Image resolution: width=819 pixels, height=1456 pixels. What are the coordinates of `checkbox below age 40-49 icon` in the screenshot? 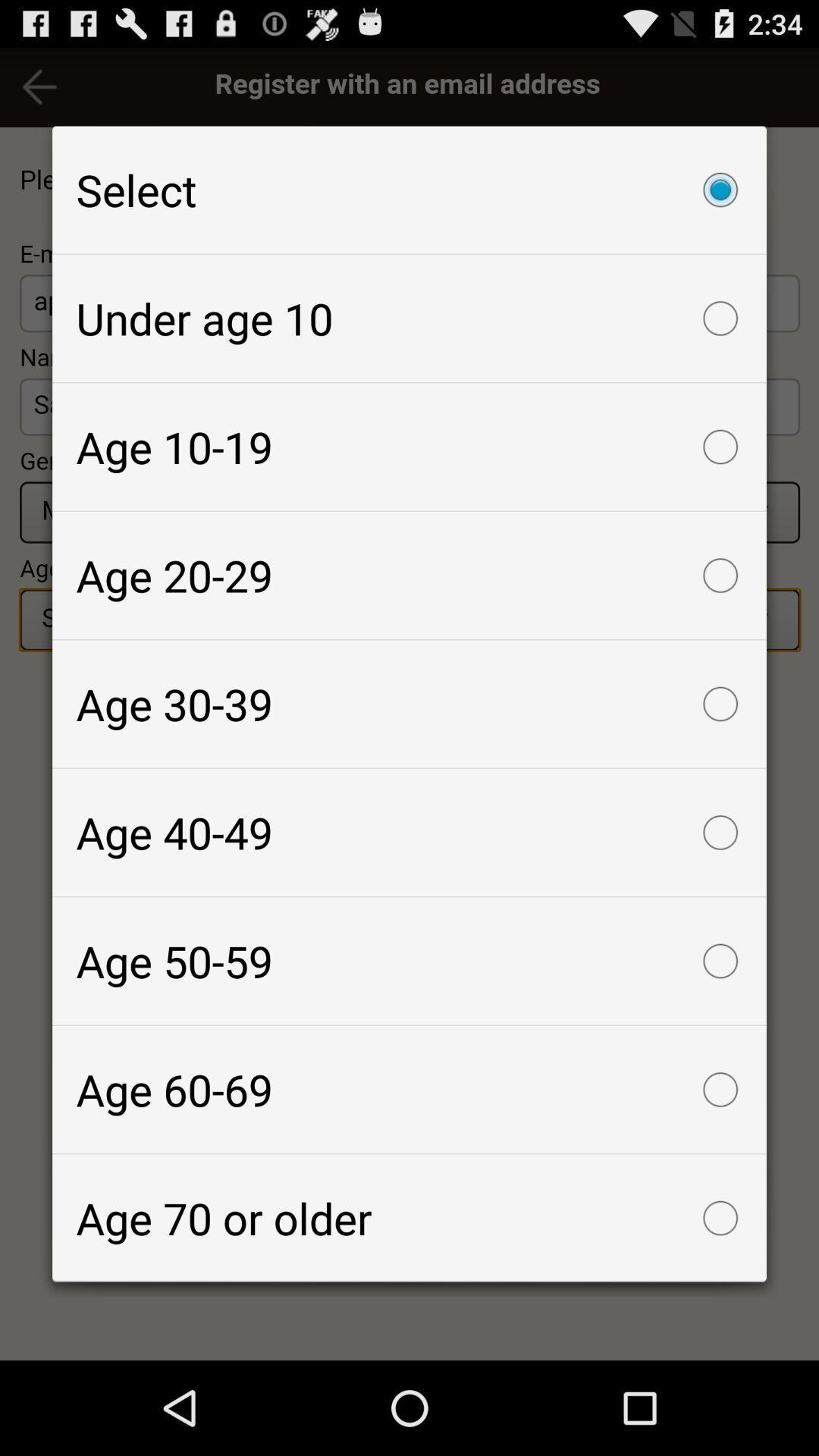 It's located at (409, 960).